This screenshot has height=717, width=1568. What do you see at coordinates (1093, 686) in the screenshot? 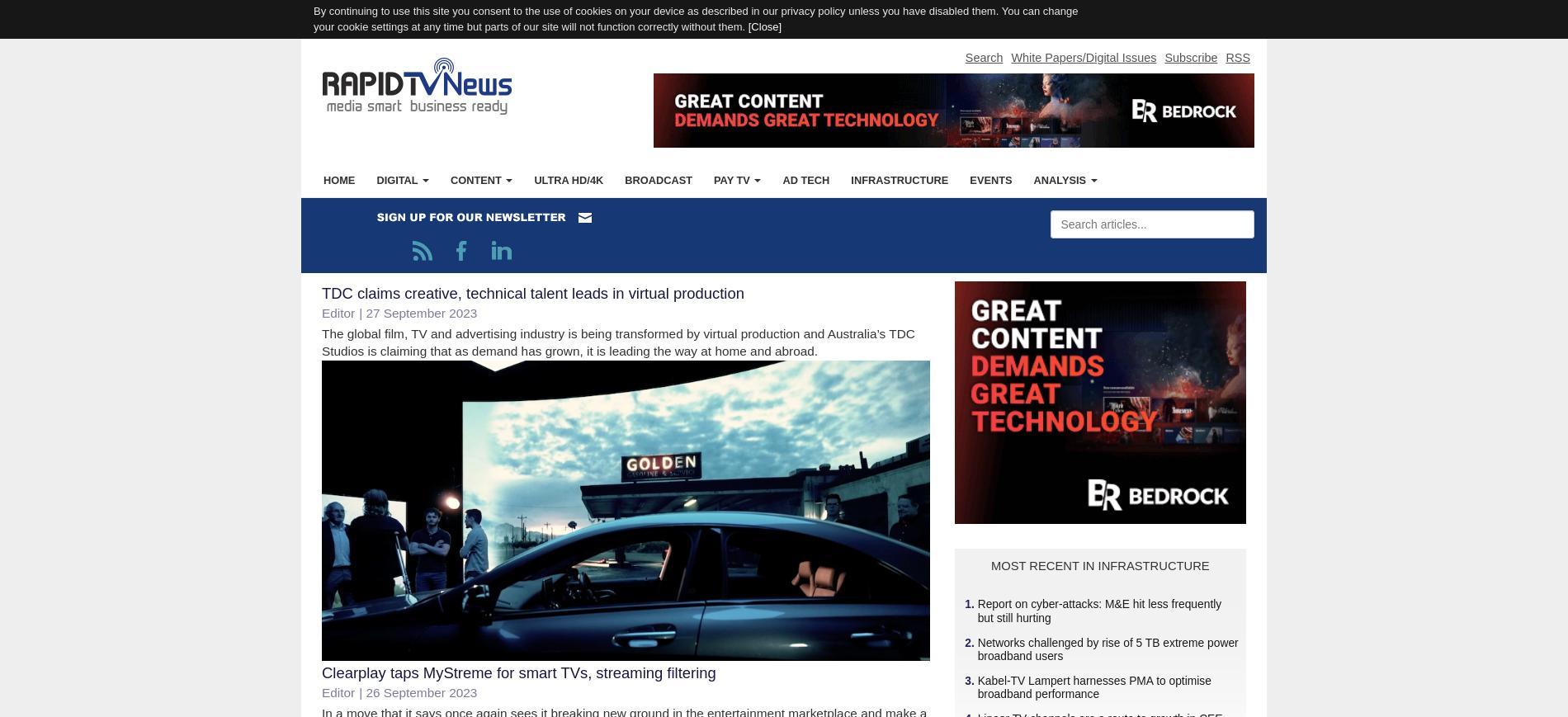
I see `'Kabel-TV Lampert harnesses PMA to optimise broadband performance'` at bounding box center [1093, 686].